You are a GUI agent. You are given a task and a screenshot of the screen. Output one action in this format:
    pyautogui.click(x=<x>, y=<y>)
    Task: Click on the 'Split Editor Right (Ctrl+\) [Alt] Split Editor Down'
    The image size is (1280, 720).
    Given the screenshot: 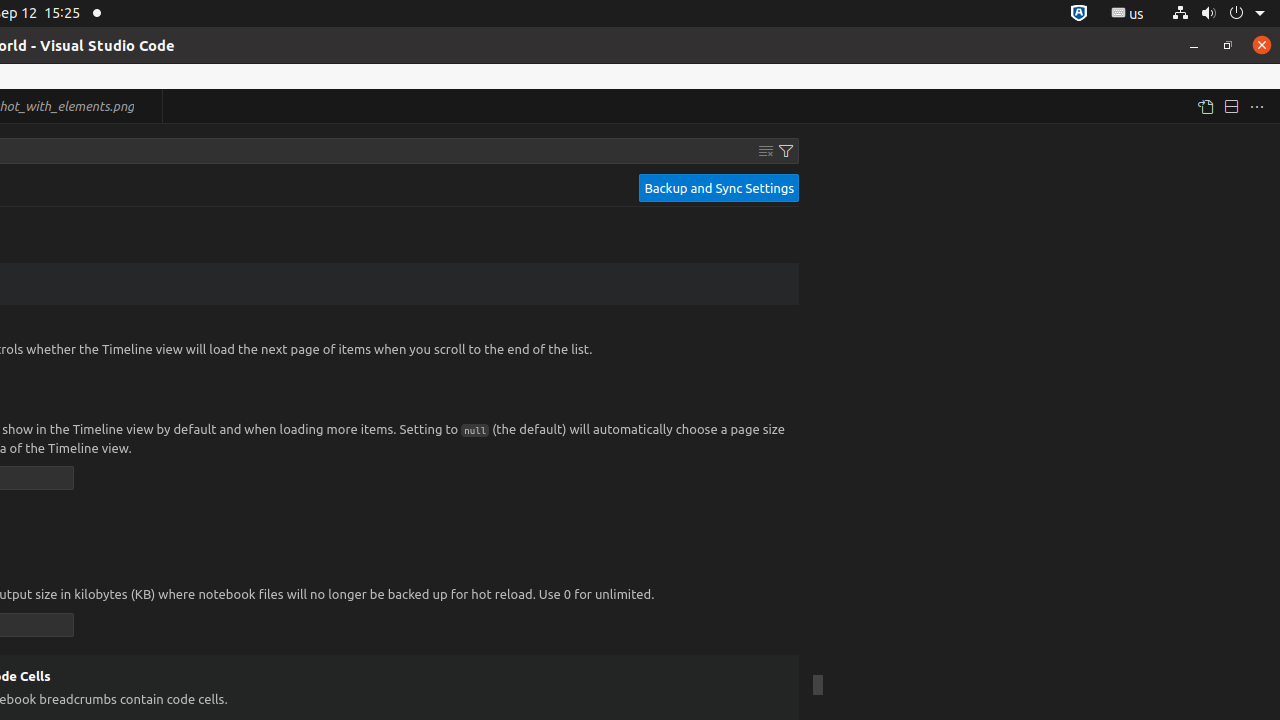 What is the action you would take?
    pyautogui.click(x=1229, y=106)
    